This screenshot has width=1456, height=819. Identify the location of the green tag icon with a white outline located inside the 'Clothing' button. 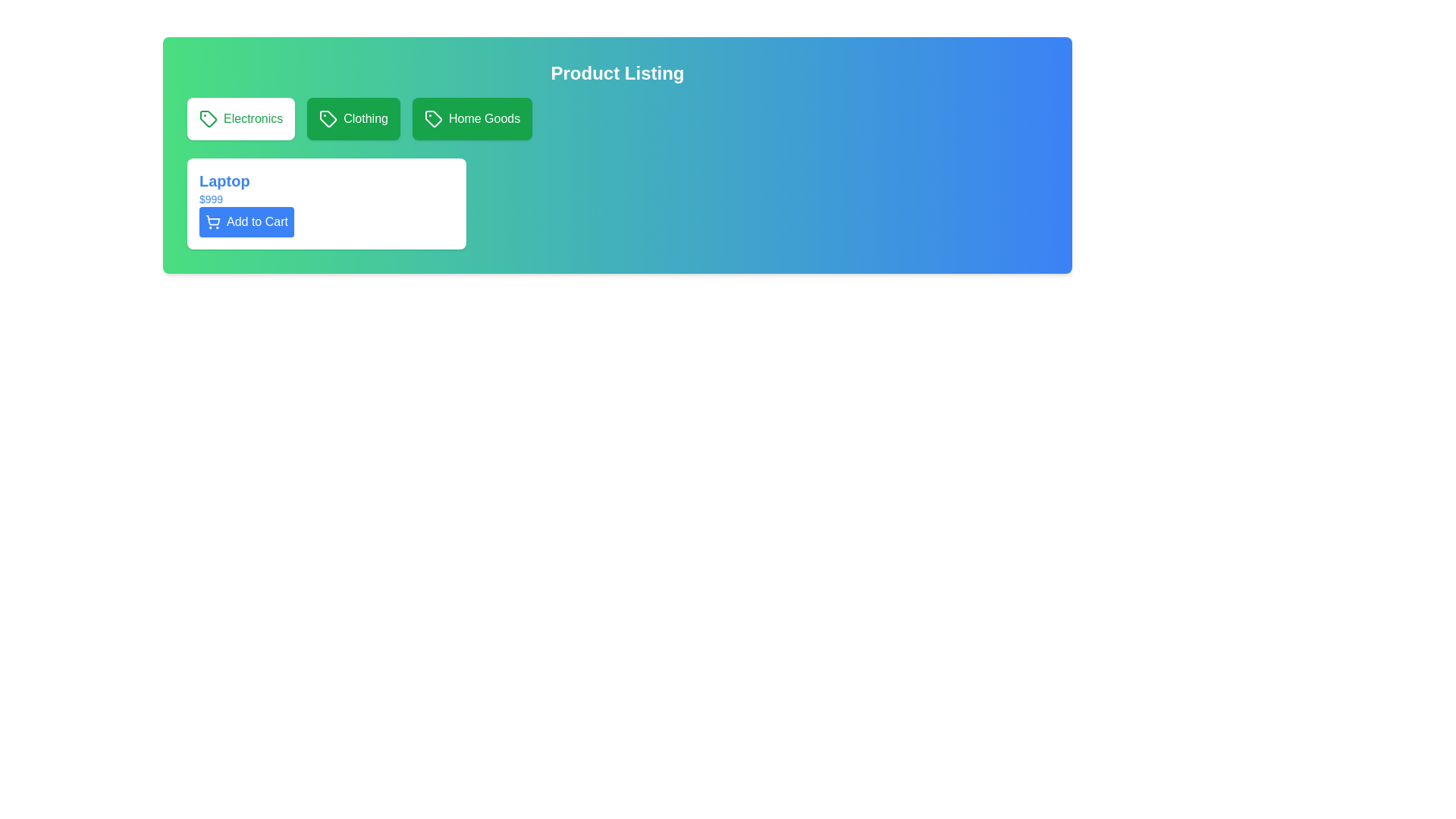
(328, 118).